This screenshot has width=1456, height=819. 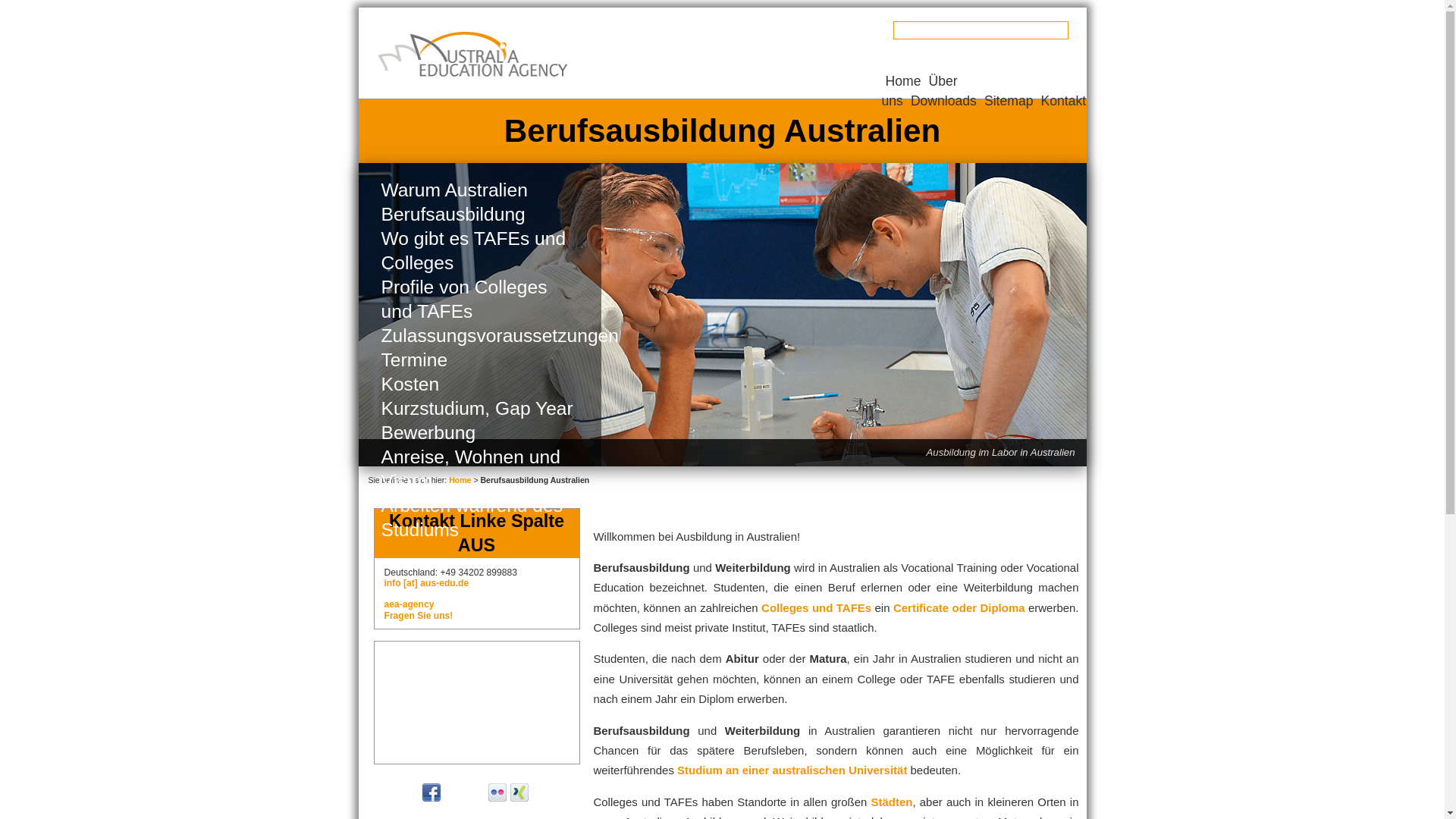 What do you see at coordinates (541, 792) in the screenshot?
I see `'LinkedIn'` at bounding box center [541, 792].